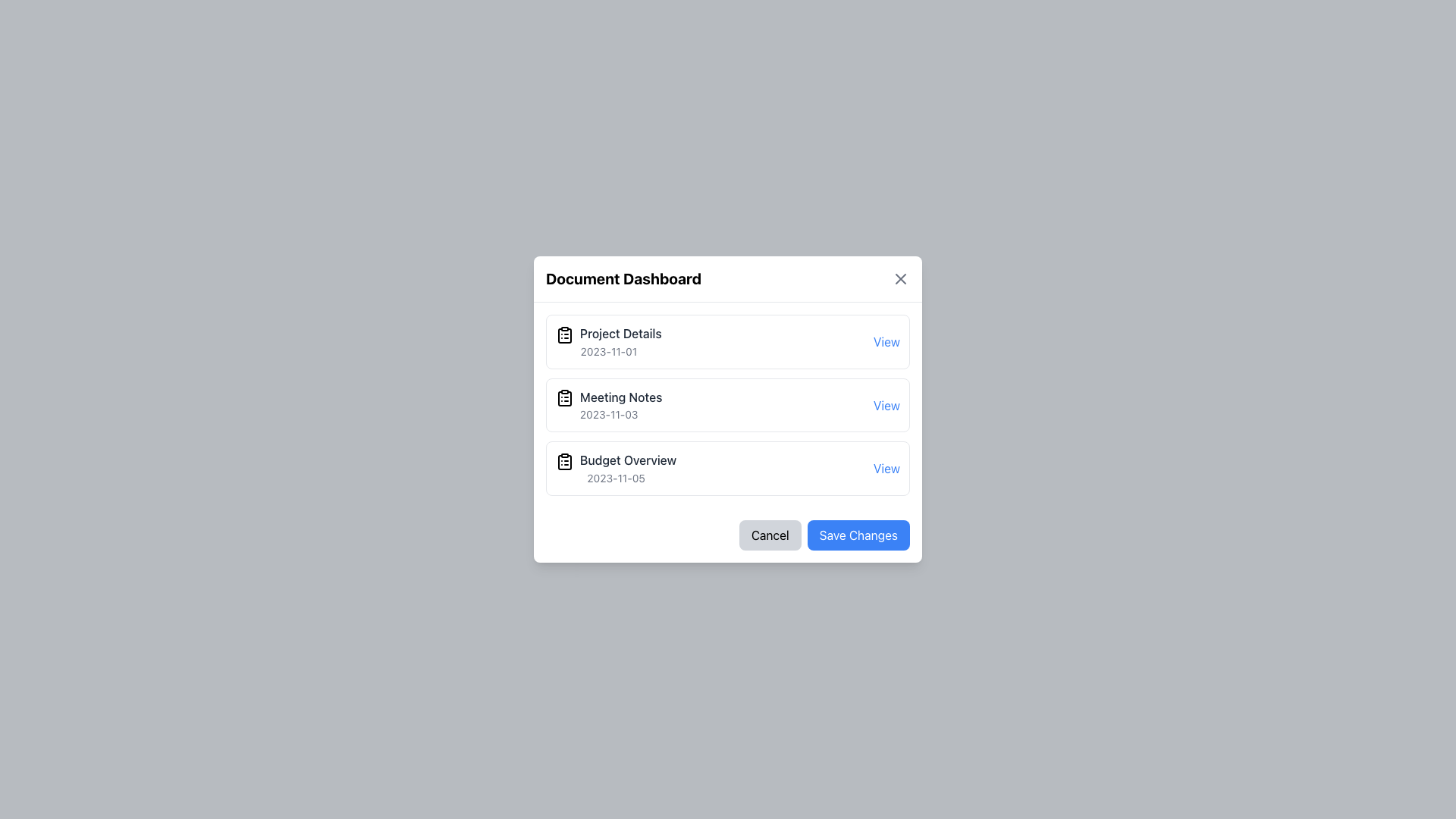  Describe the element at coordinates (628, 460) in the screenshot. I see `the text label reading 'Budget Overview' located in the 'Document Dashboard' dialog window, positioned as the third item in the list` at that location.